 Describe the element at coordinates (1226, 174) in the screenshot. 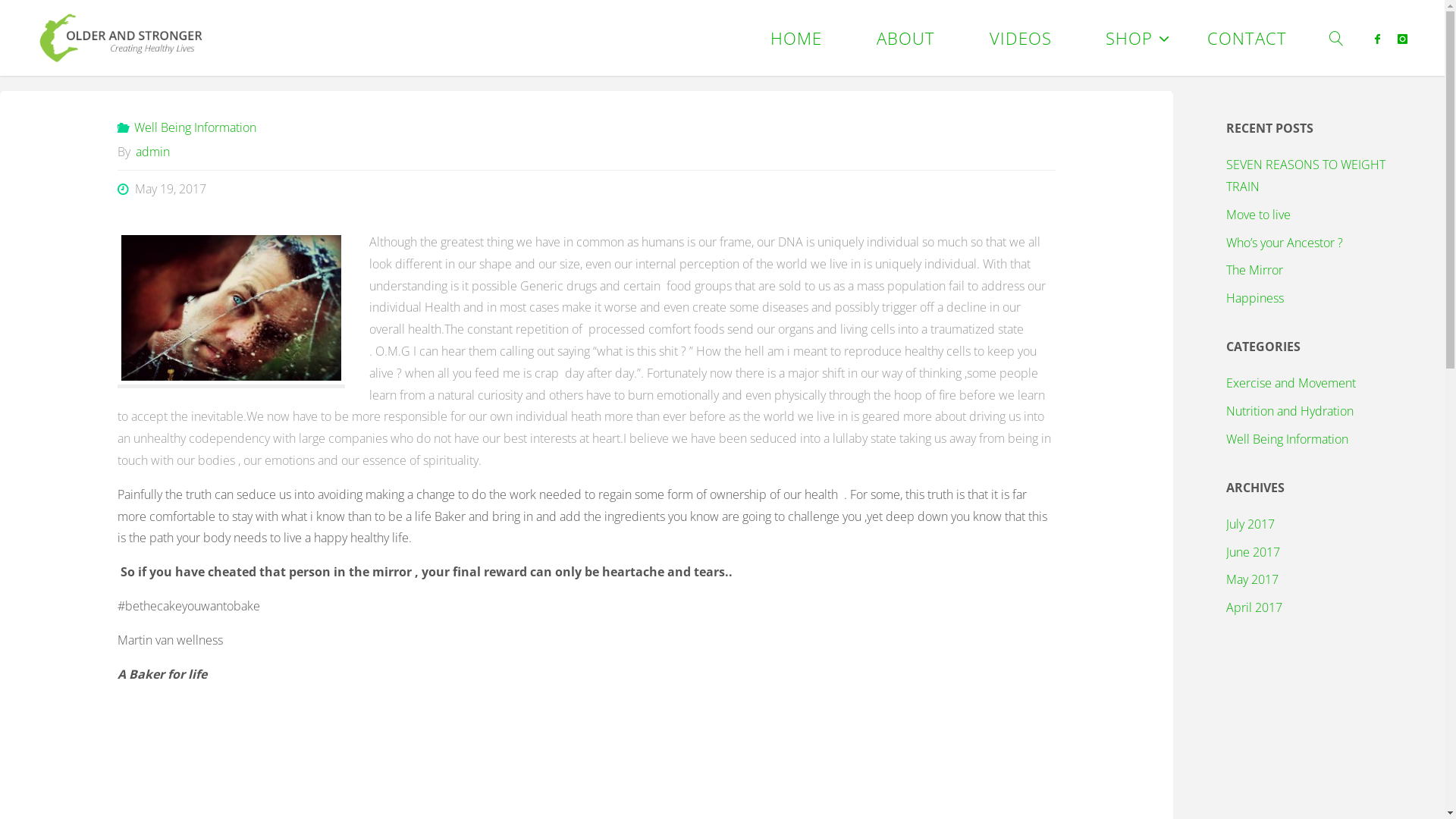

I see `'SEVEN REASONS TO WEIGHT TRAIN'` at that location.